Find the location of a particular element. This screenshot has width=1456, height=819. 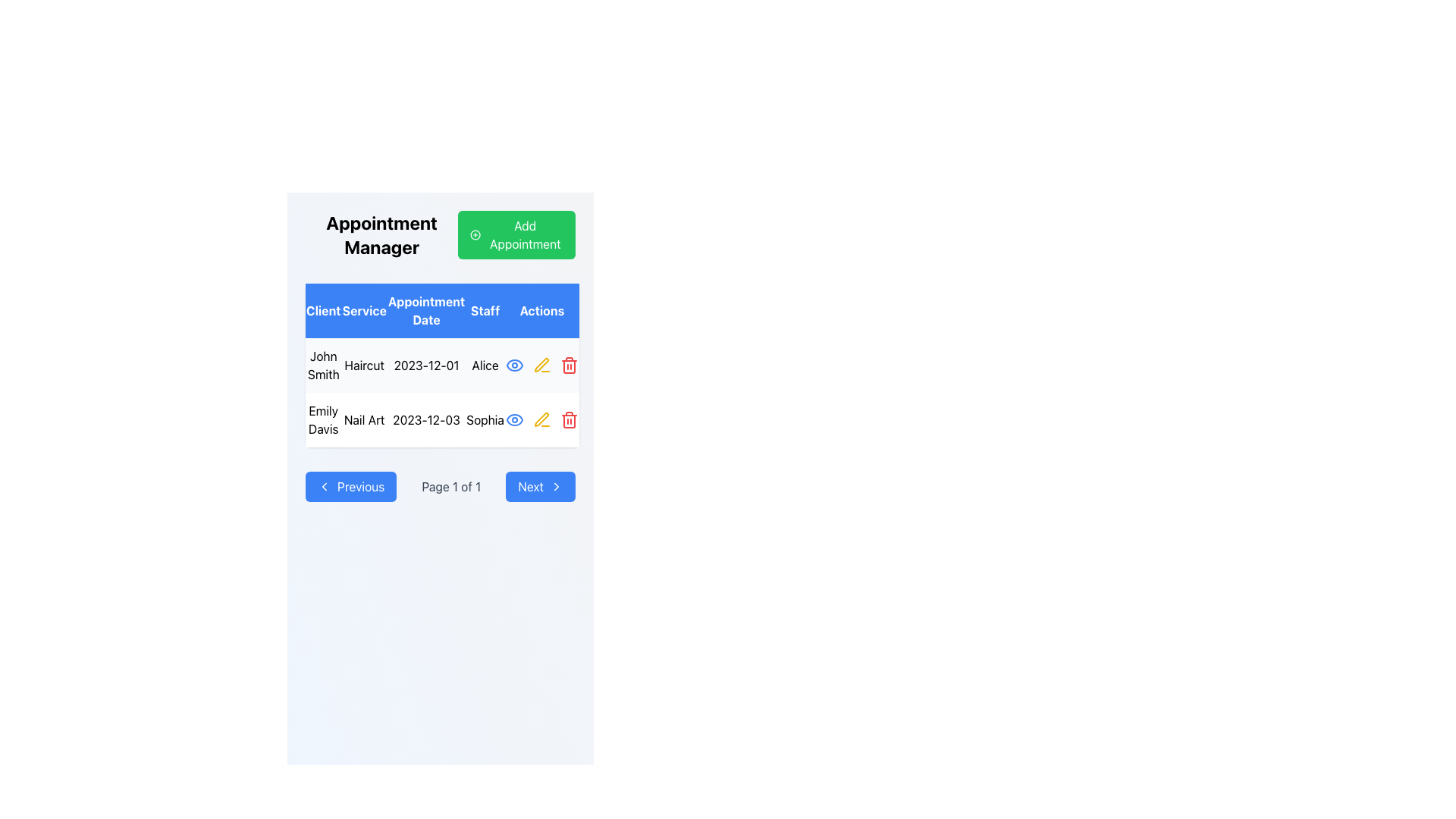

the delete icon button located as the third icon in the 'Actions' column of the second row in the table is located at coordinates (568, 420).